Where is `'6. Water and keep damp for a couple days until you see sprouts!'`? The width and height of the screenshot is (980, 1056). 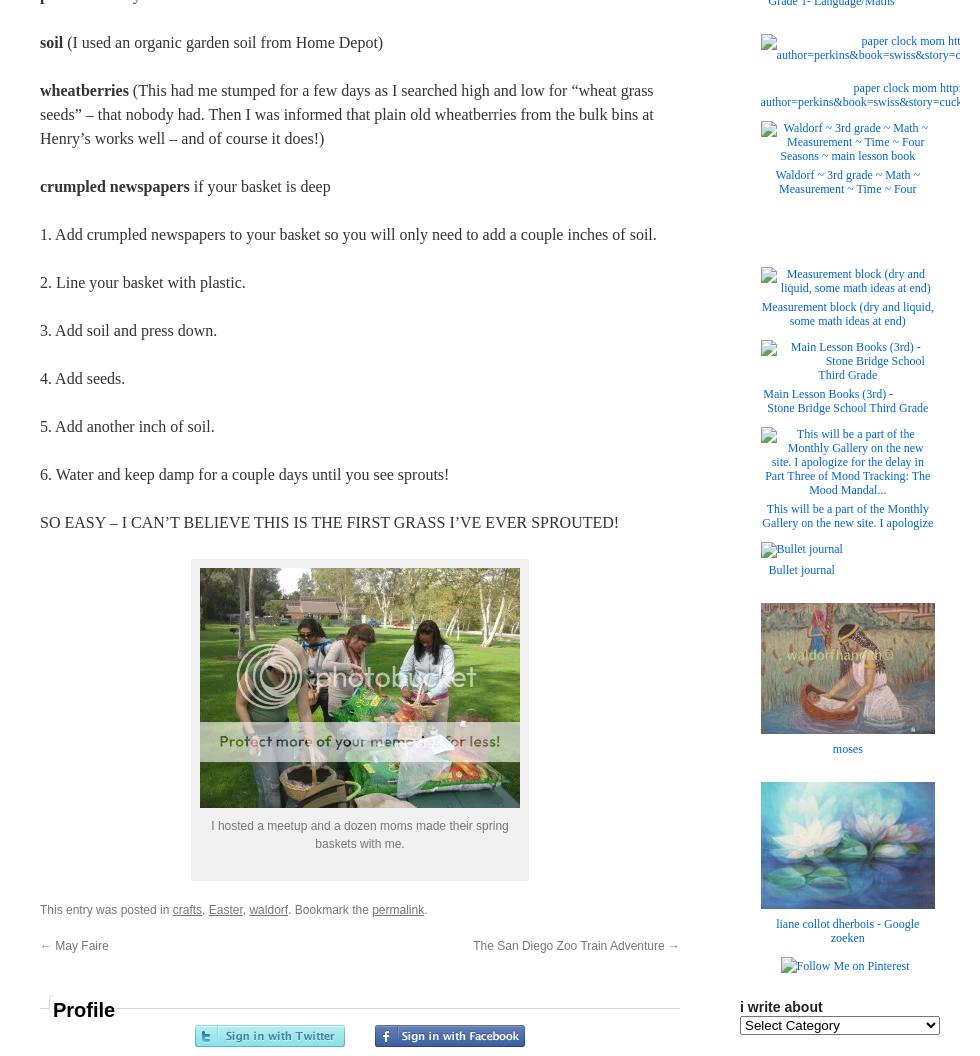
'6. Water and keep damp for a couple days until you see sprouts!' is located at coordinates (39, 473).